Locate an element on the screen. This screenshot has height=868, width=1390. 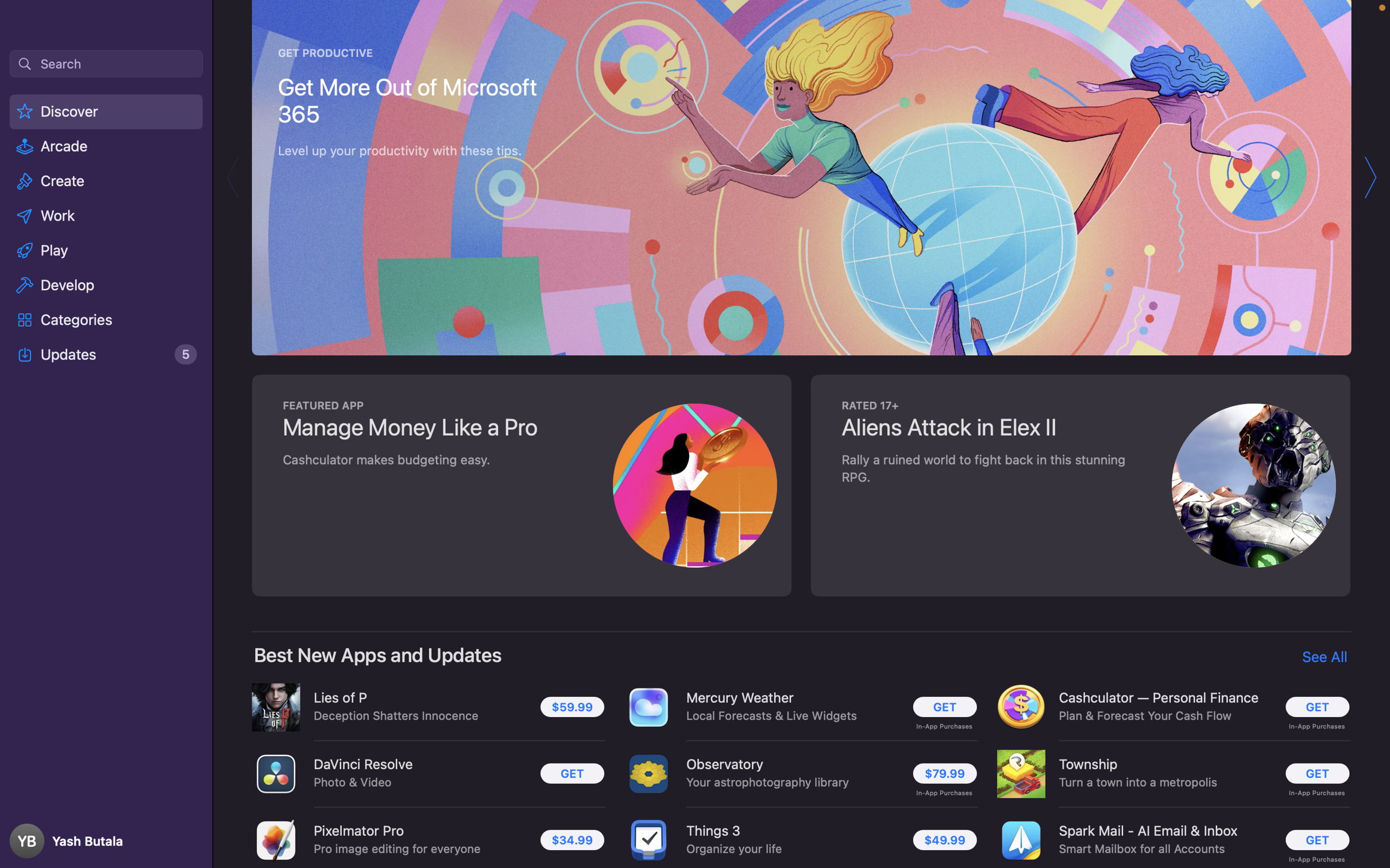
Scroll by 50 to see other applications is located at coordinates (802, 434).